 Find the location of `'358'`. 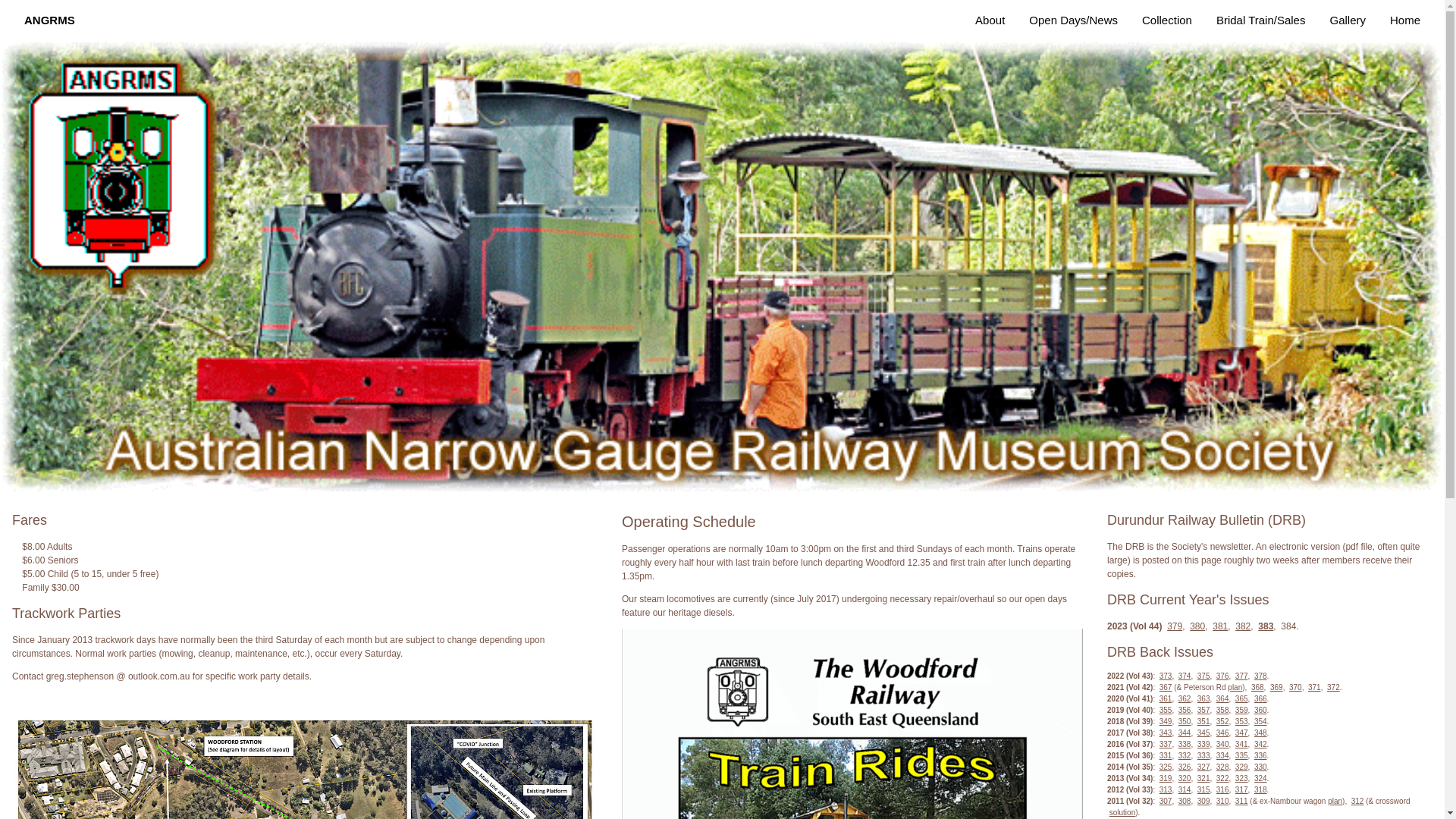

'358' is located at coordinates (1216, 710).